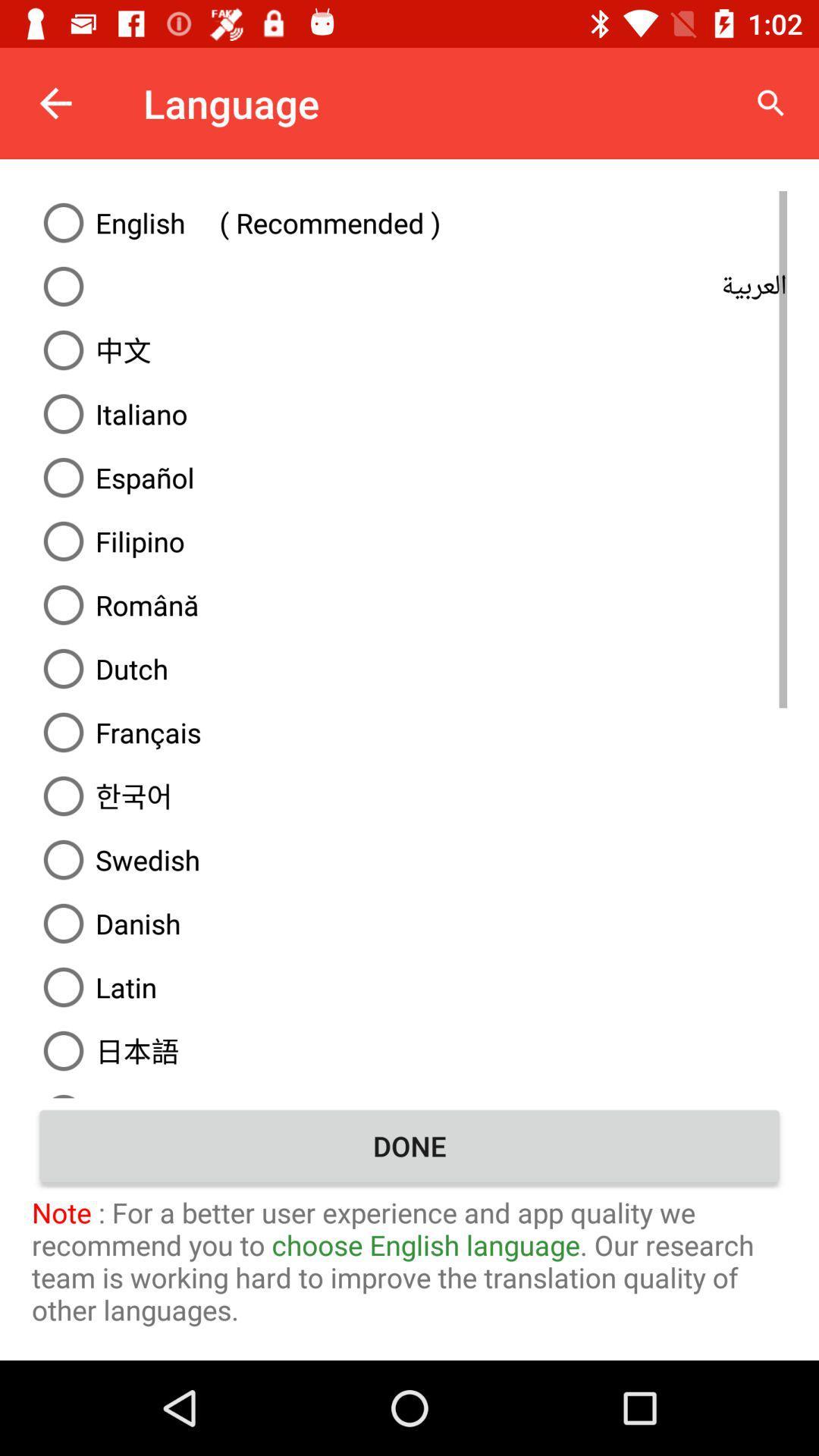  I want to click on filipino on the page, so click(409, 541).